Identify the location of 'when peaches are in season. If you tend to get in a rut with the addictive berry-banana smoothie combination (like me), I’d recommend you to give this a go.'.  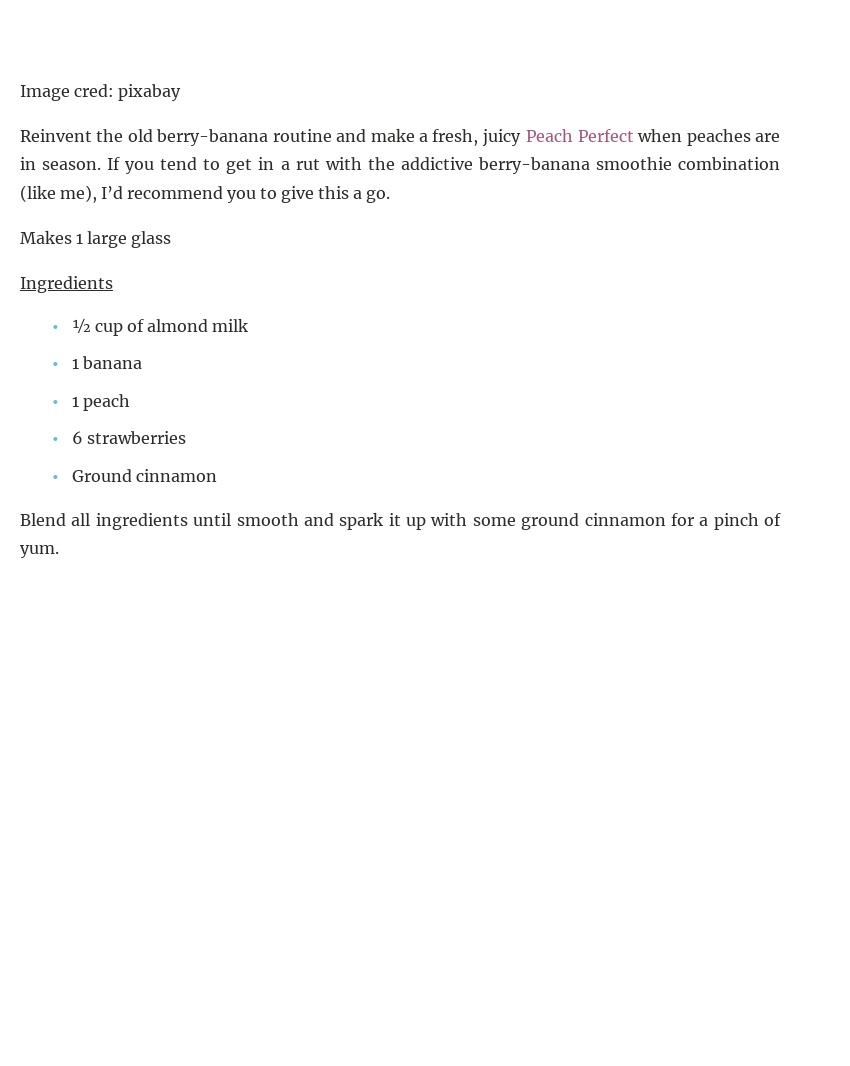
(400, 162).